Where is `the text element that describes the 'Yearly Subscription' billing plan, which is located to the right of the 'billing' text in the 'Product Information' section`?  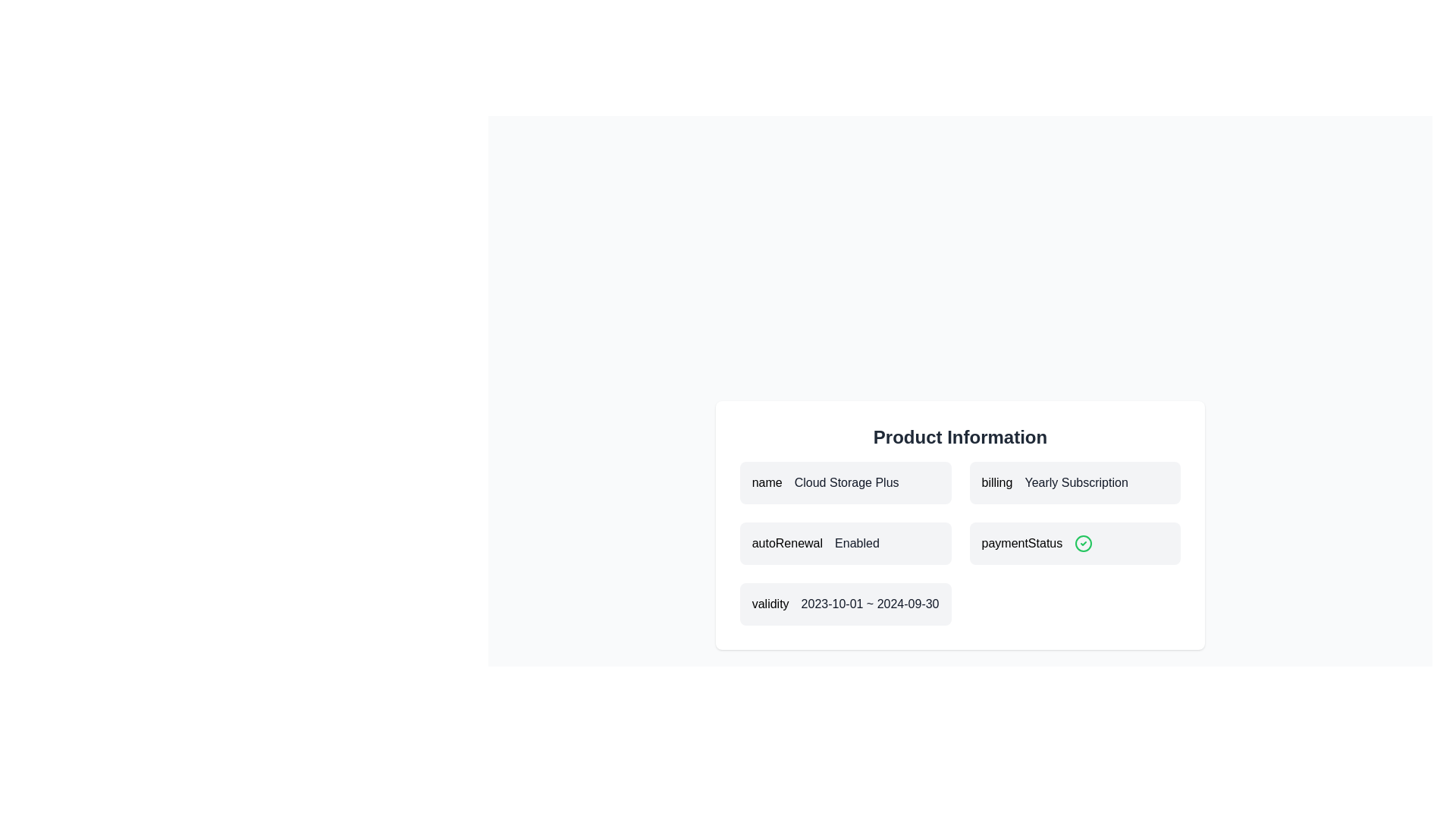
the text element that describes the 'Yearly Subscription' billing plan, which is located to the right of the 'billing' text in the 'Product Information' section is located at coordinates (1075, 482).